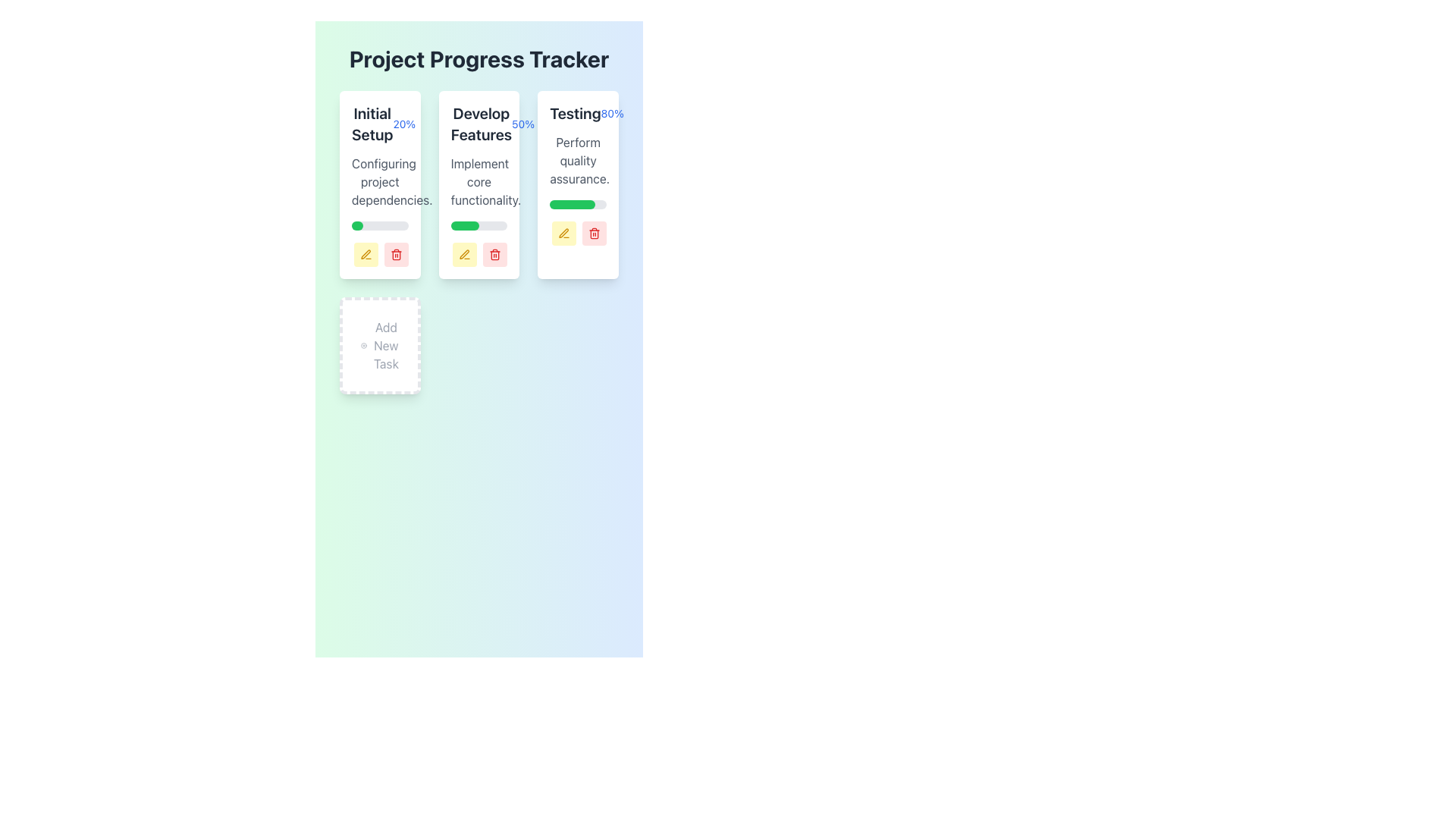 This screenshot has height=819, width=1456. What do you see at coordinates (386, 345) in the screenshot?
I see `the 'Add New Task' text label, which is styled in gray and located within a rounded white card with a dashed border, positioned below the main task cards and aligned with the adjacent '+' icon` at bounding box center [386, 345].